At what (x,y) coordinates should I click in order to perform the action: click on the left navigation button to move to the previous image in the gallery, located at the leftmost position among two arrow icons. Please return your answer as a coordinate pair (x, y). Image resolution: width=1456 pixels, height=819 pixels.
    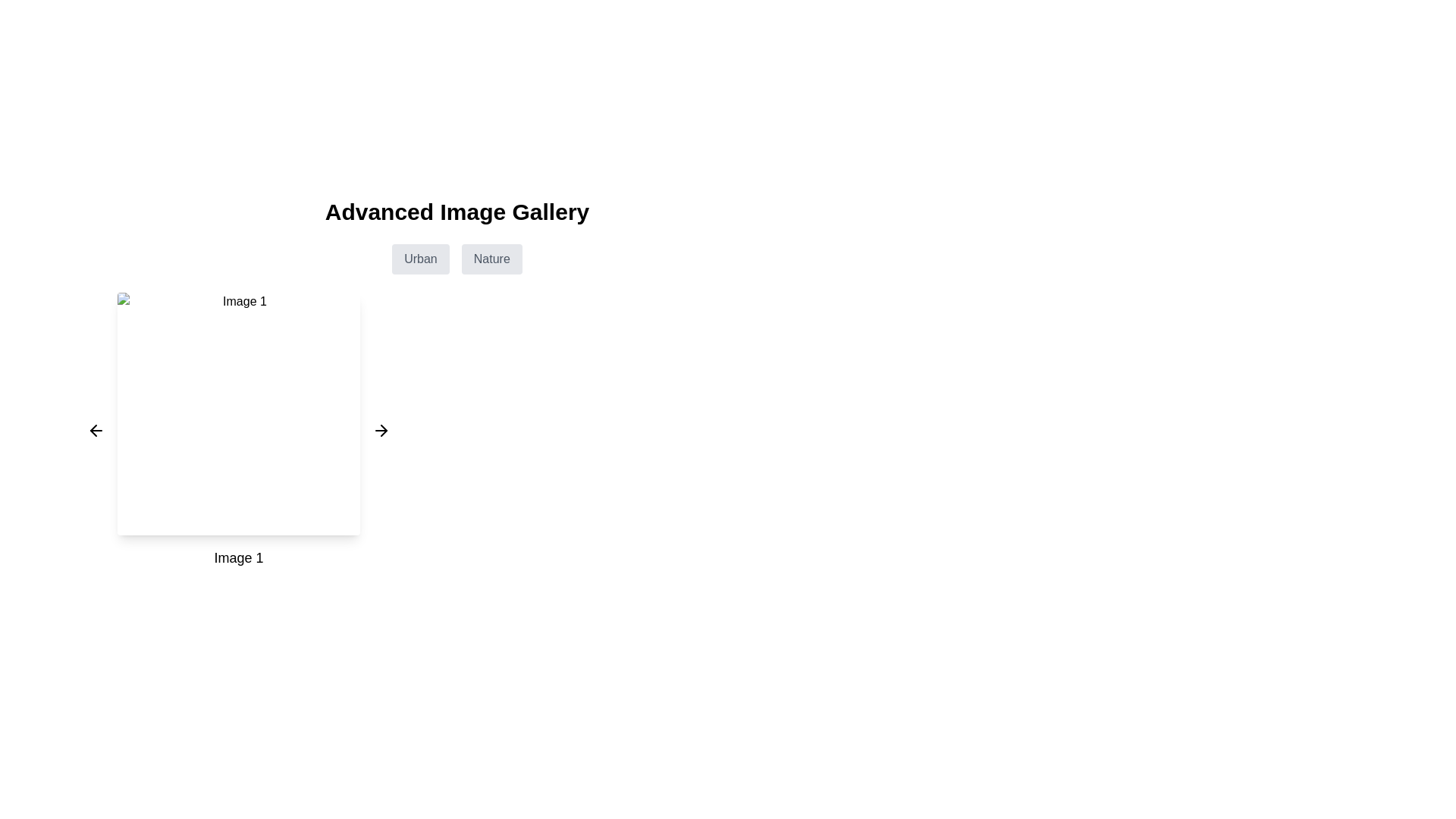
    Looking at the image, I should click on (95, 430).